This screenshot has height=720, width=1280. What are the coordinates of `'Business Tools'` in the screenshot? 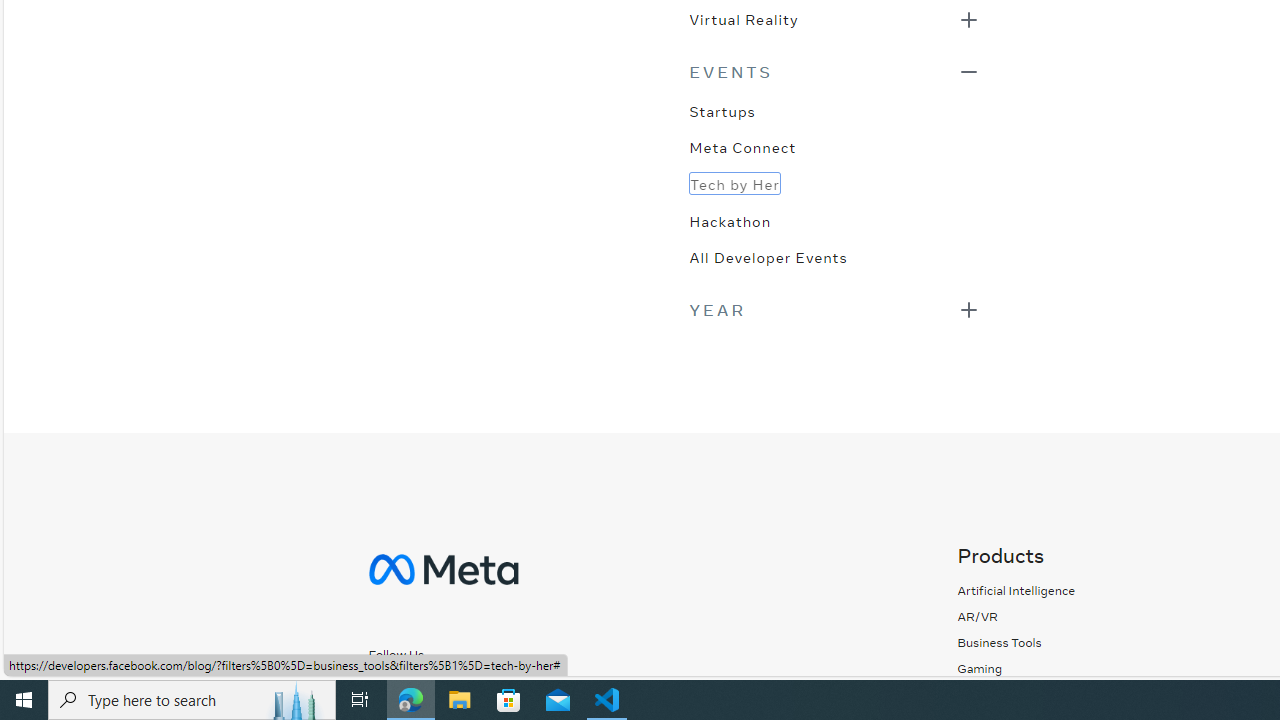 It's located at (1016, 642).